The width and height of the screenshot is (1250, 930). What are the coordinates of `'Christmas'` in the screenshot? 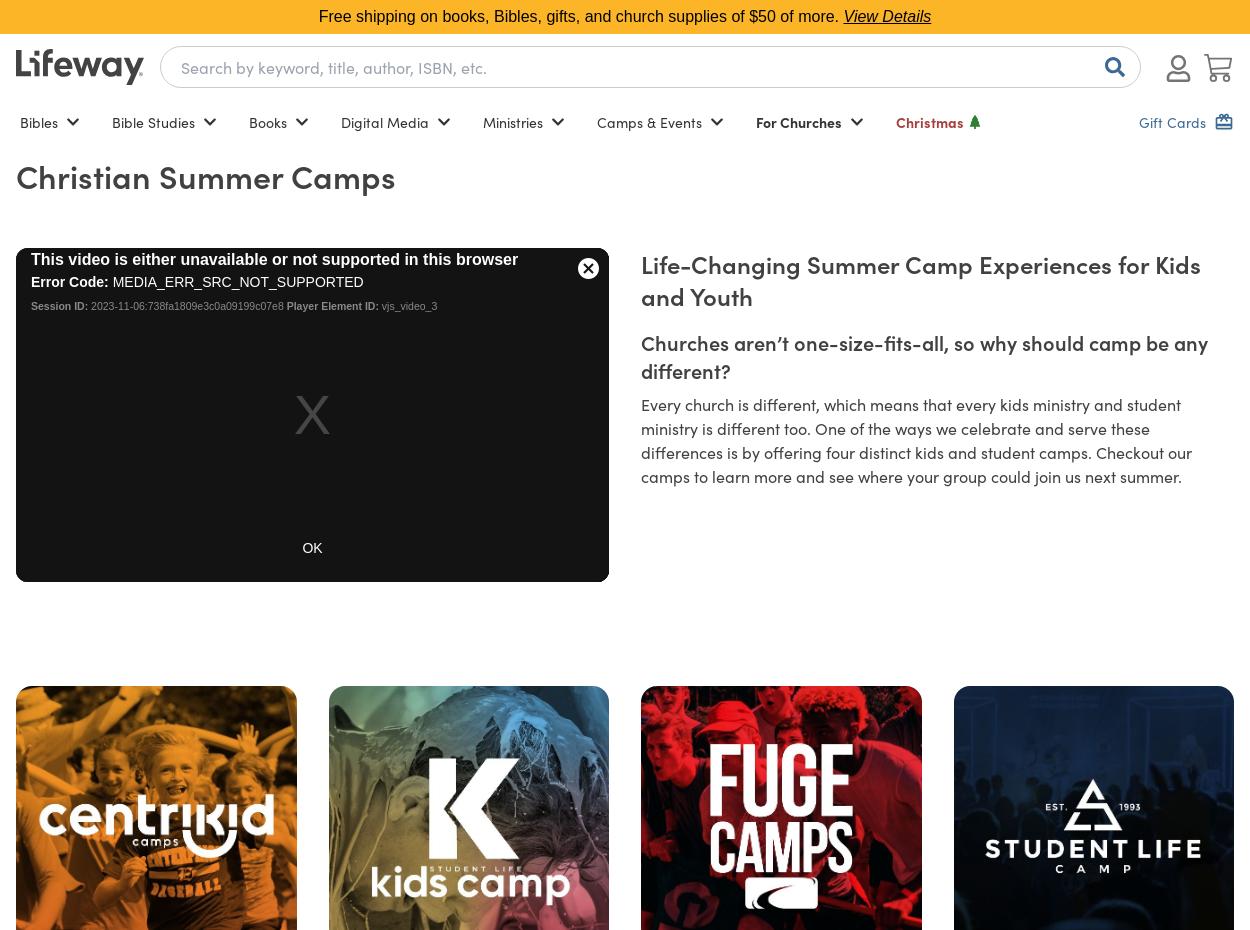 It's located at (930, 122).